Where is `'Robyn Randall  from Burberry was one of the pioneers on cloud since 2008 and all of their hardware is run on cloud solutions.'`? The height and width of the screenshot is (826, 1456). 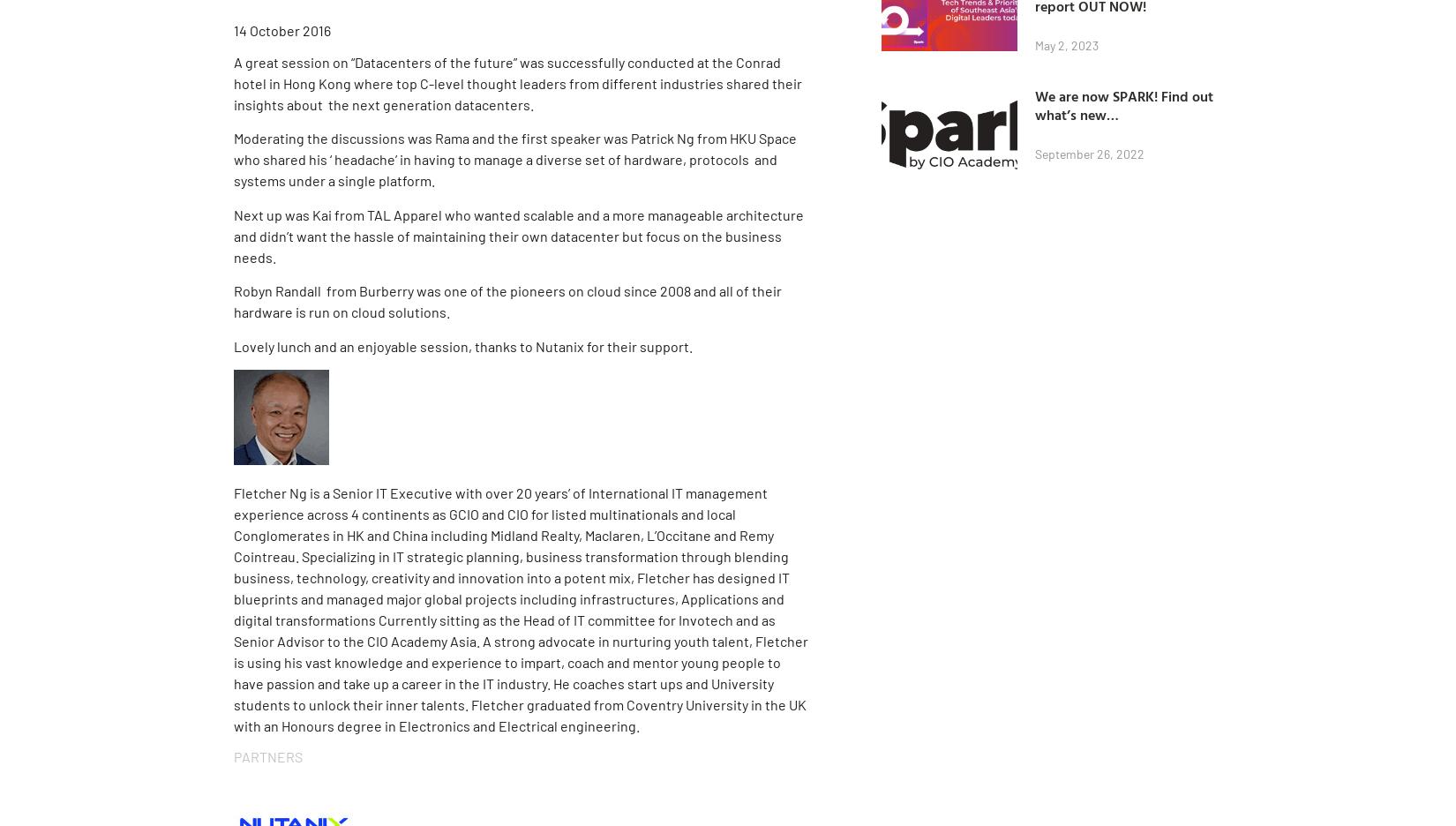
'Robyn Randall  from Burberry was one of the pioneers on cloud since 2008 and all of their hardware is run on cloud solutions.' is located at coordinates (507, 300).